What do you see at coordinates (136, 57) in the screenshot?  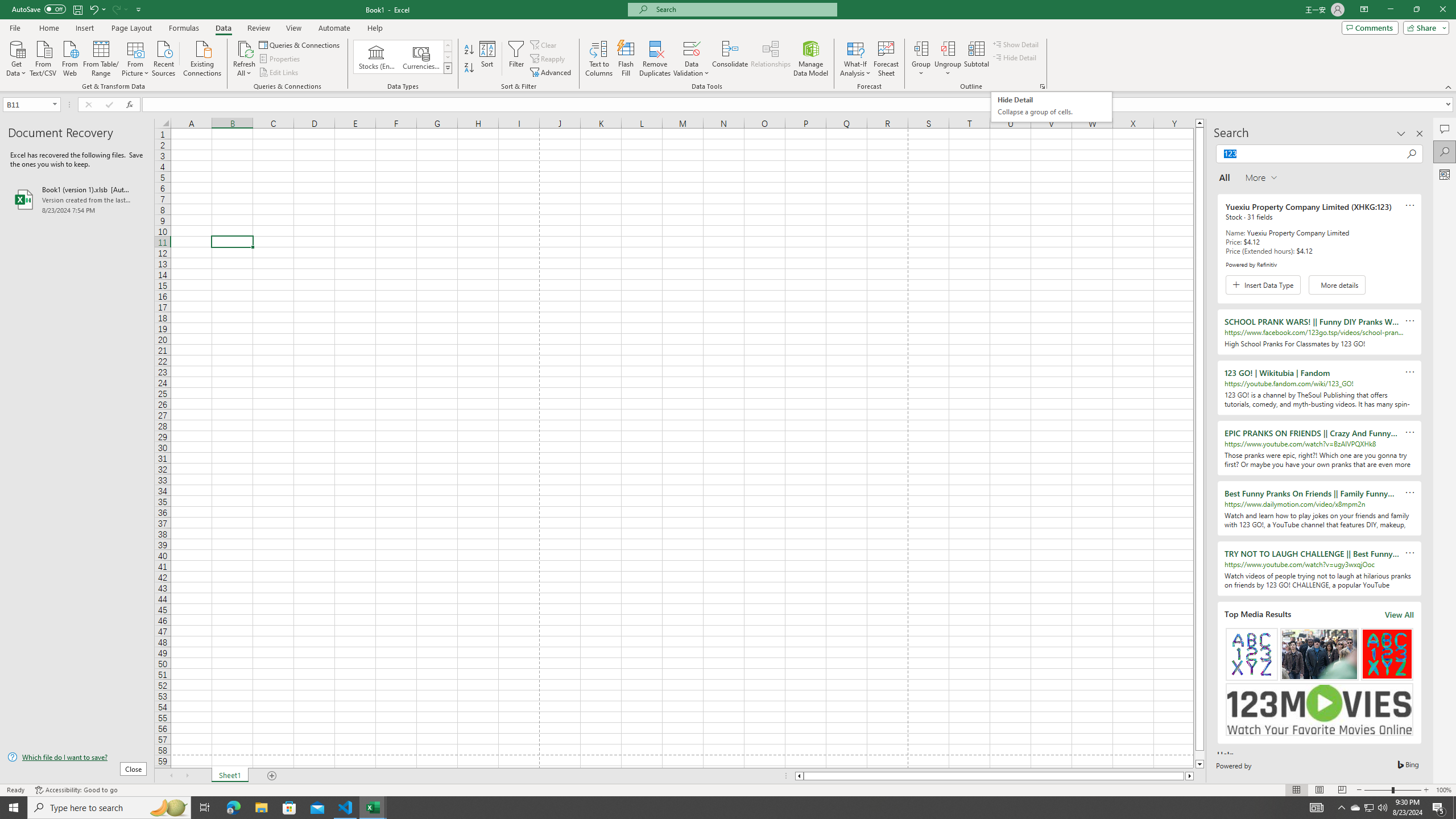 I see `'From Picture'` at bounding box center [136, 57].